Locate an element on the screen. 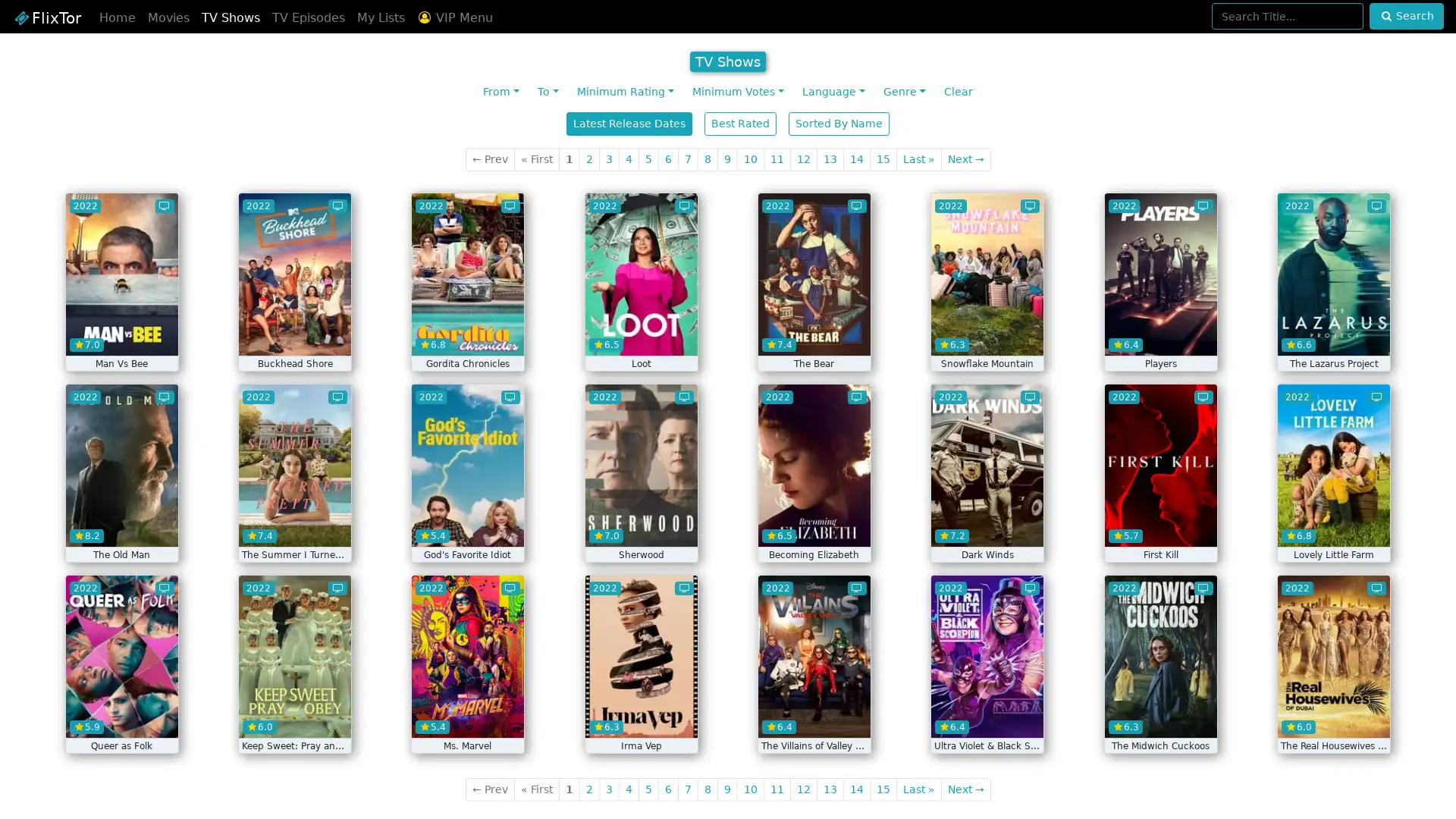 Image resolution: width=1456 pixels, height=819 pixels. Watch Now is located at coordinates (1332, 332).